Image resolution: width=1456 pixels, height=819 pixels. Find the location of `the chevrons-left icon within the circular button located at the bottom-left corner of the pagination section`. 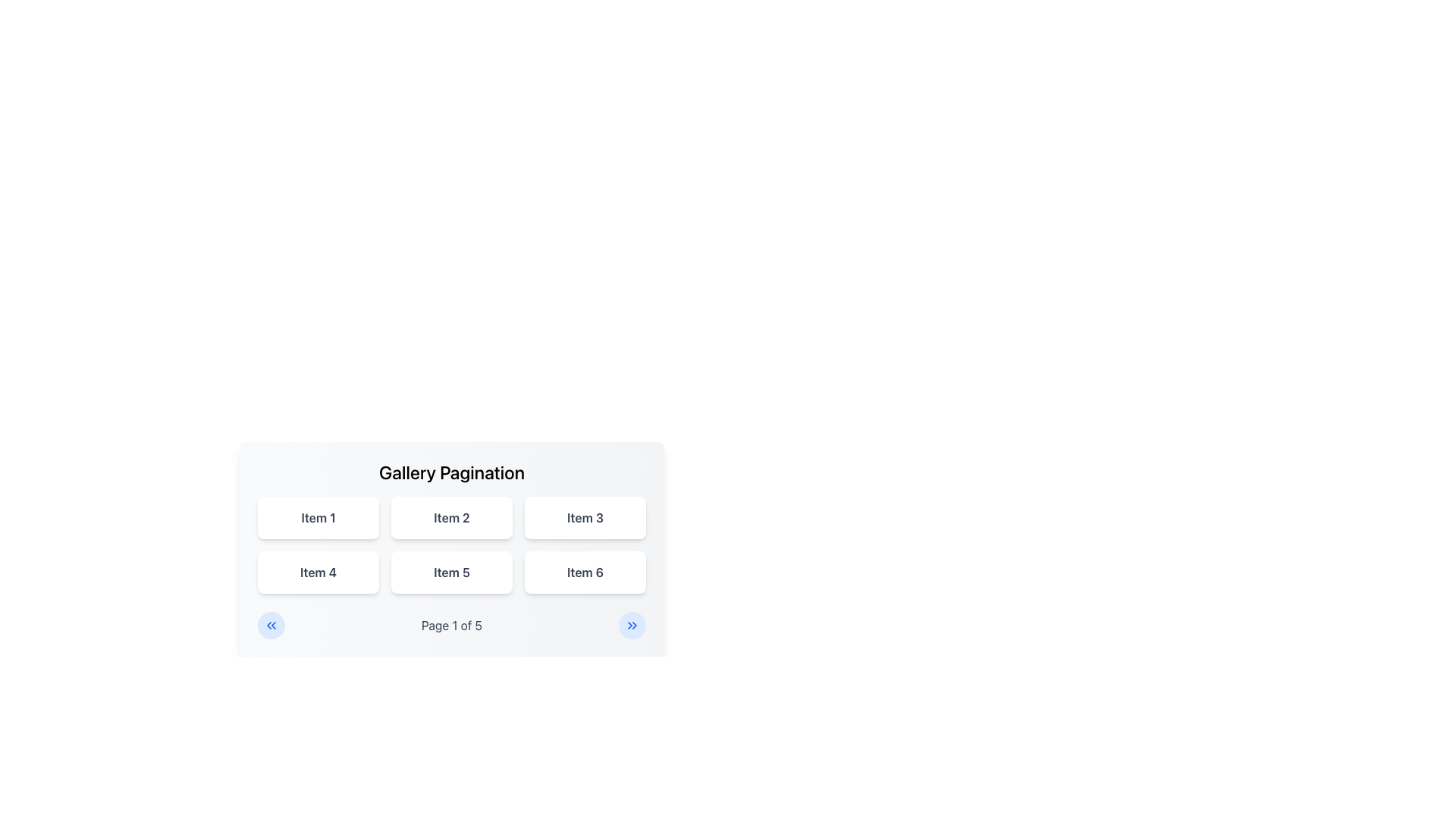

the chevrons-left icon within the circular button located at the bottom-left corner of the pagination section is located at coordinates (271, 626).